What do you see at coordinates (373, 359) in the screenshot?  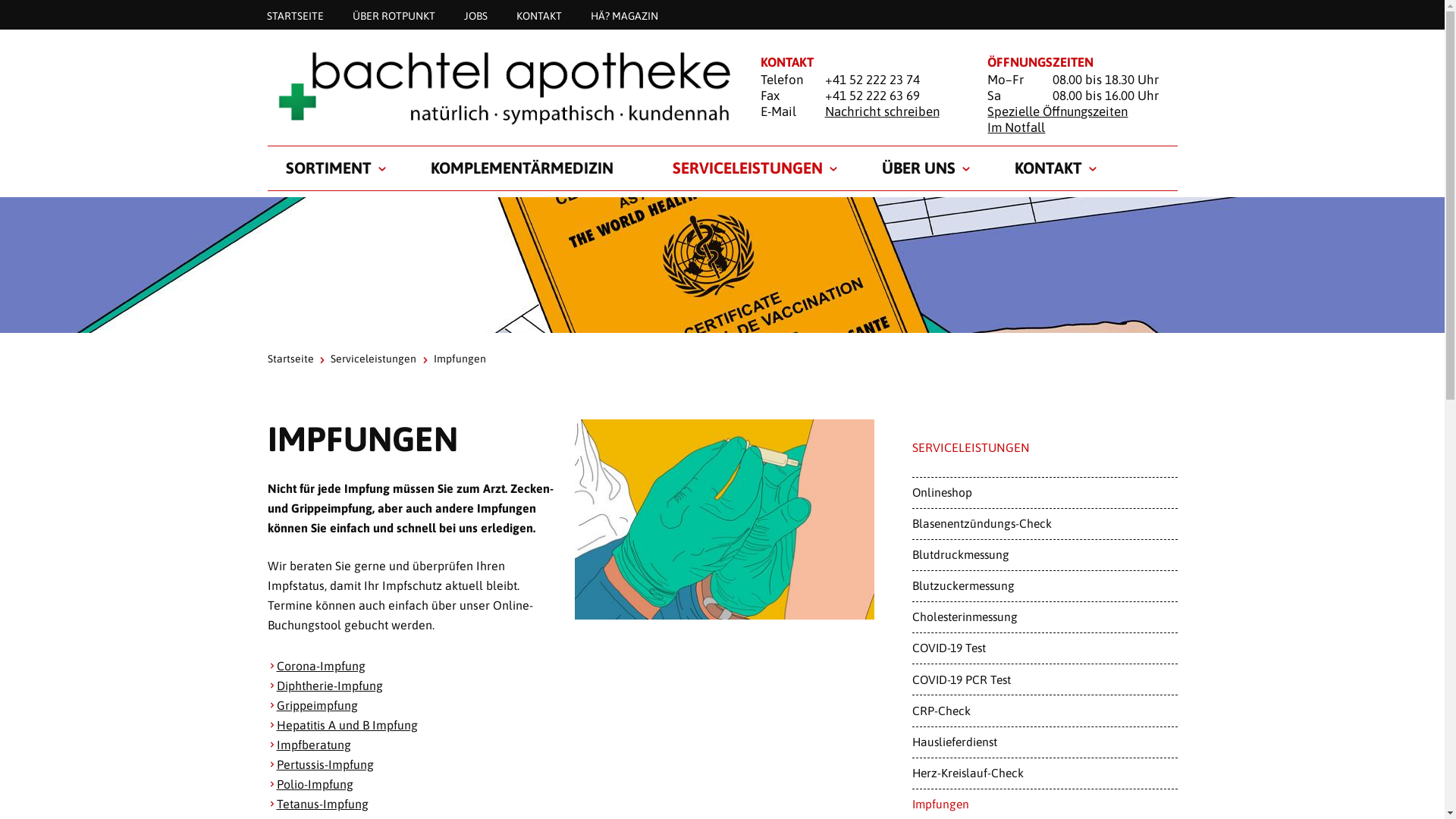 I see `'Serviceleistungen'` at bounding box center [373, 359].